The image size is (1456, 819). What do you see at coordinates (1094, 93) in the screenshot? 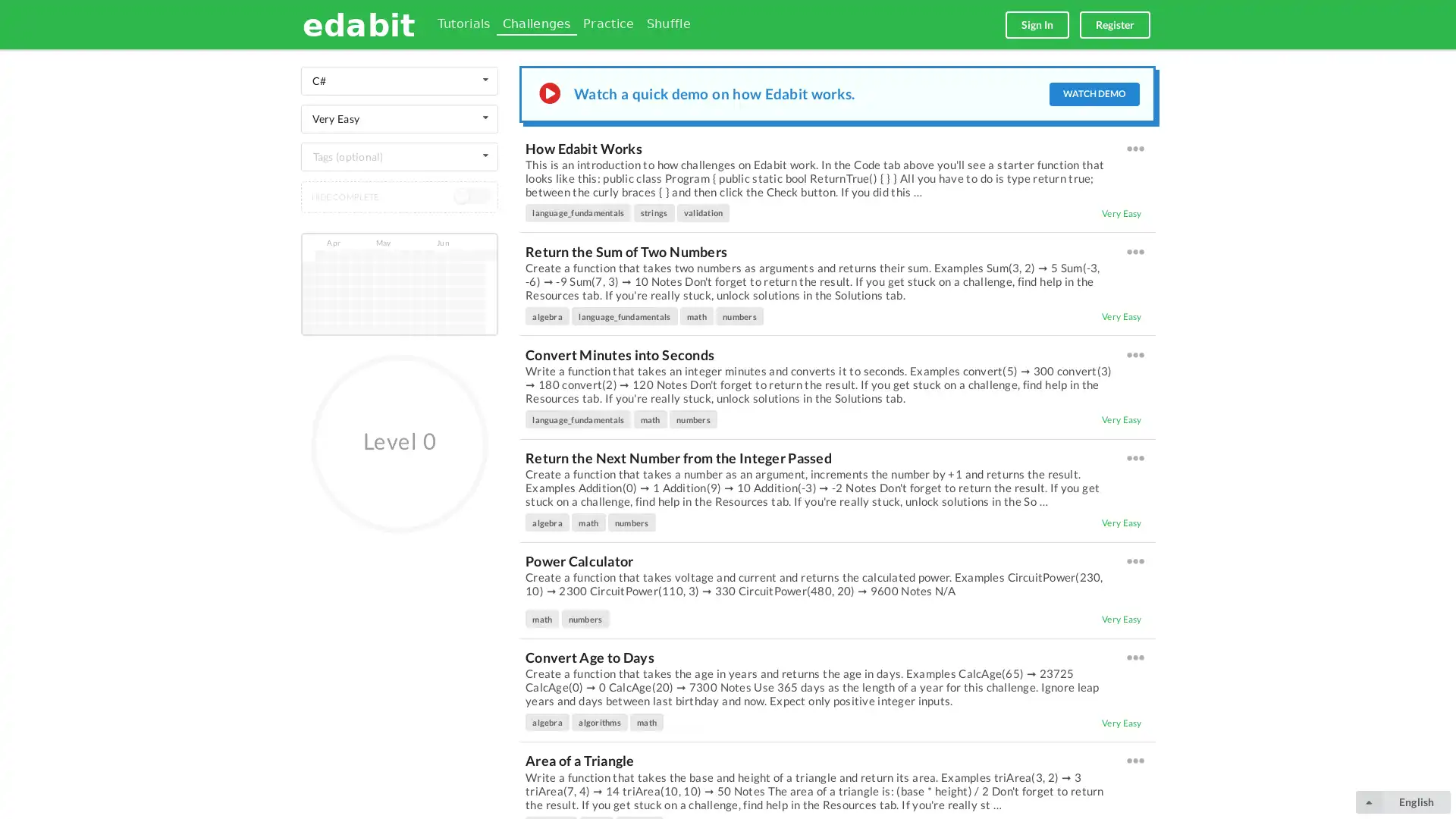
I see `WATCH DEMO` at bounding box center [1094, 93].